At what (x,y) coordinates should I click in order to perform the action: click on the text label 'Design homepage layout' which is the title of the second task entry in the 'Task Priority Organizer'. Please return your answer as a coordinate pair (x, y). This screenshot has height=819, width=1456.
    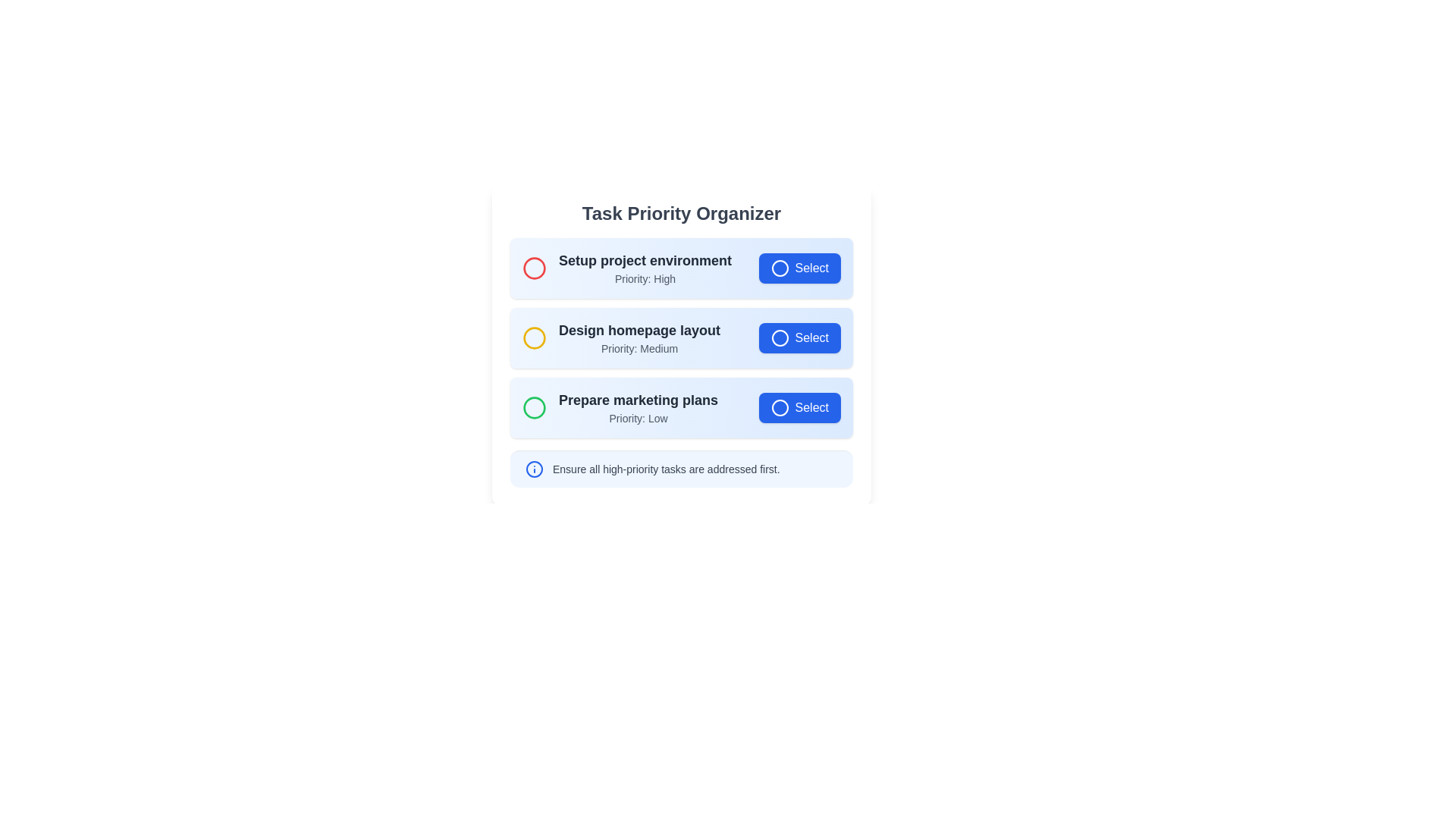
    Looking at the image, I should click on (639, 329).